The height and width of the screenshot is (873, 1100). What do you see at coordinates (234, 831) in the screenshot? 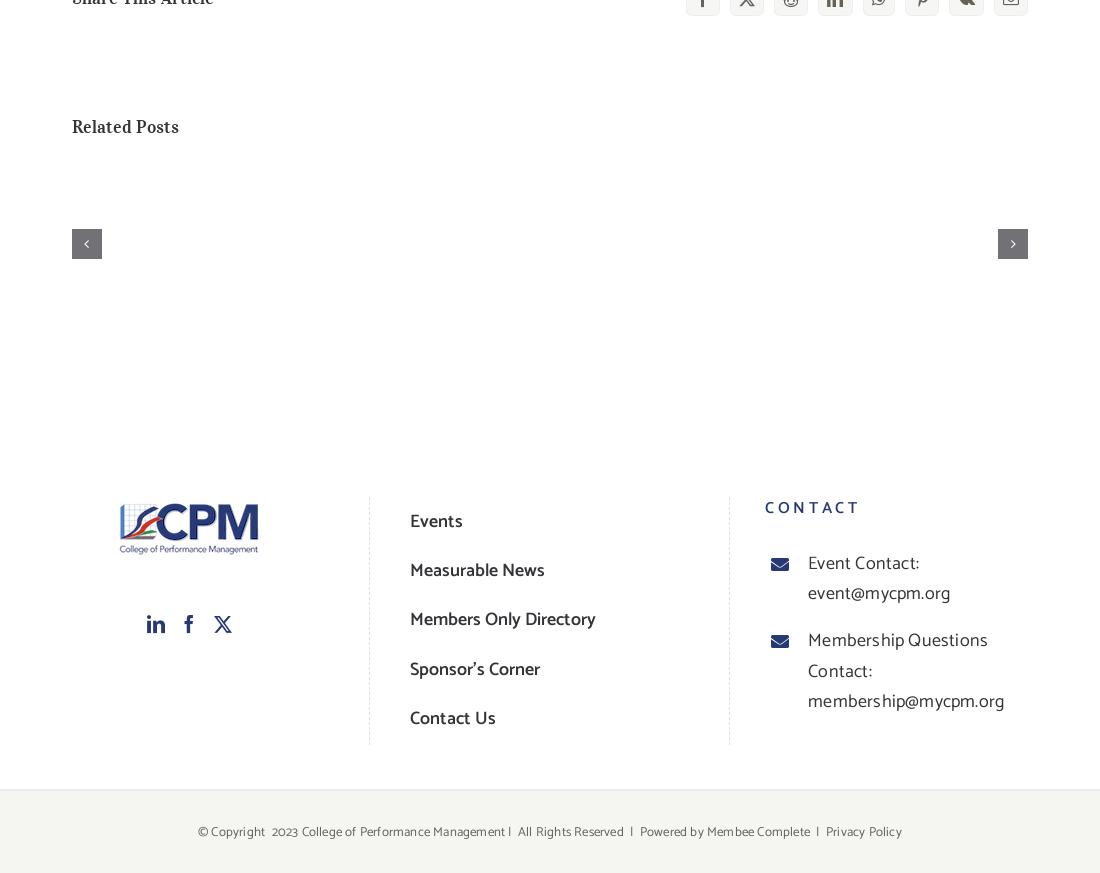
I see `'© Copyright'` at bounding box center [234, 831].